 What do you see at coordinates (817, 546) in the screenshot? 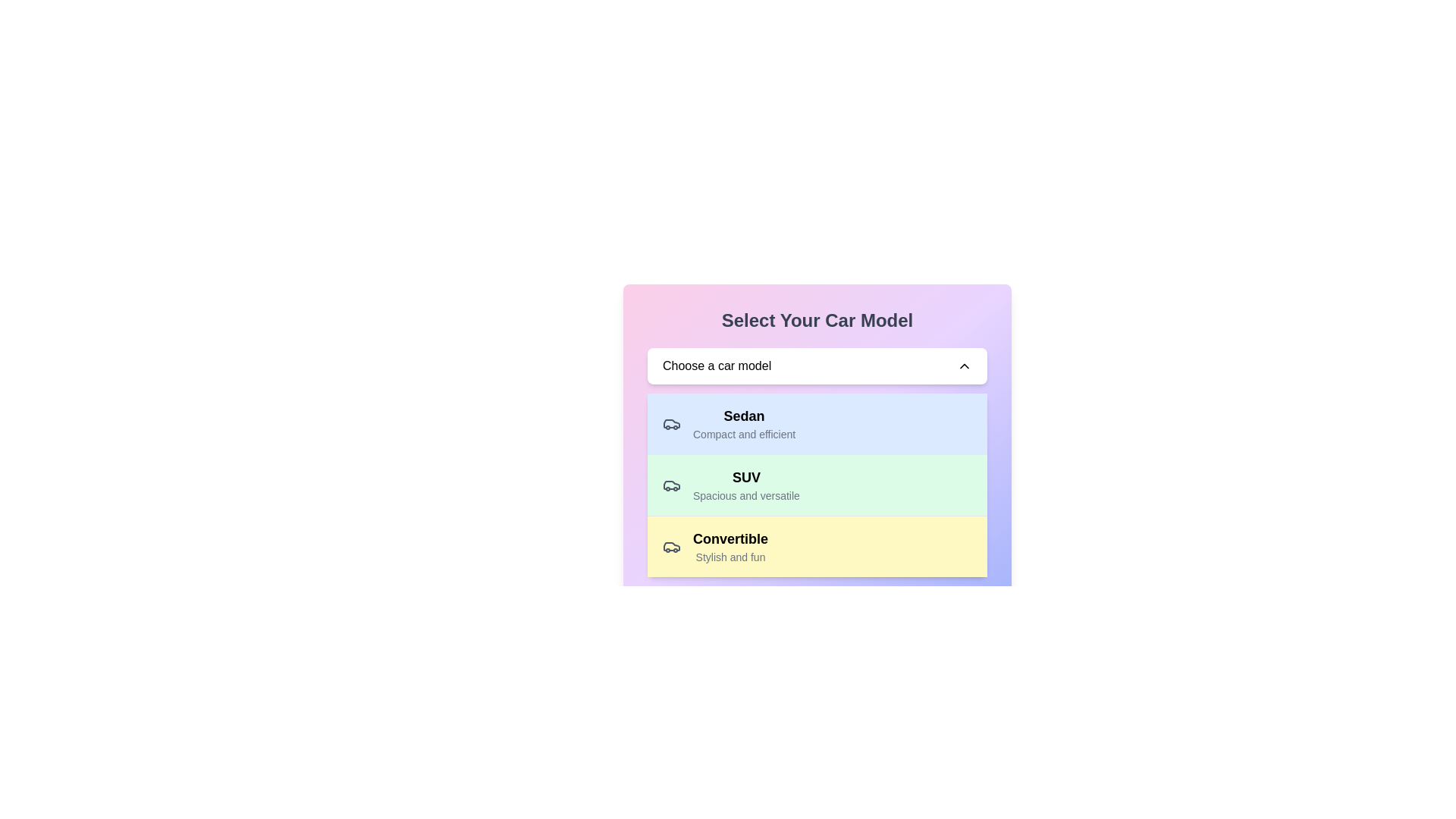
I see `the 'Convertible' car model option in the dropdown list by` at bounding box center [817, 546].